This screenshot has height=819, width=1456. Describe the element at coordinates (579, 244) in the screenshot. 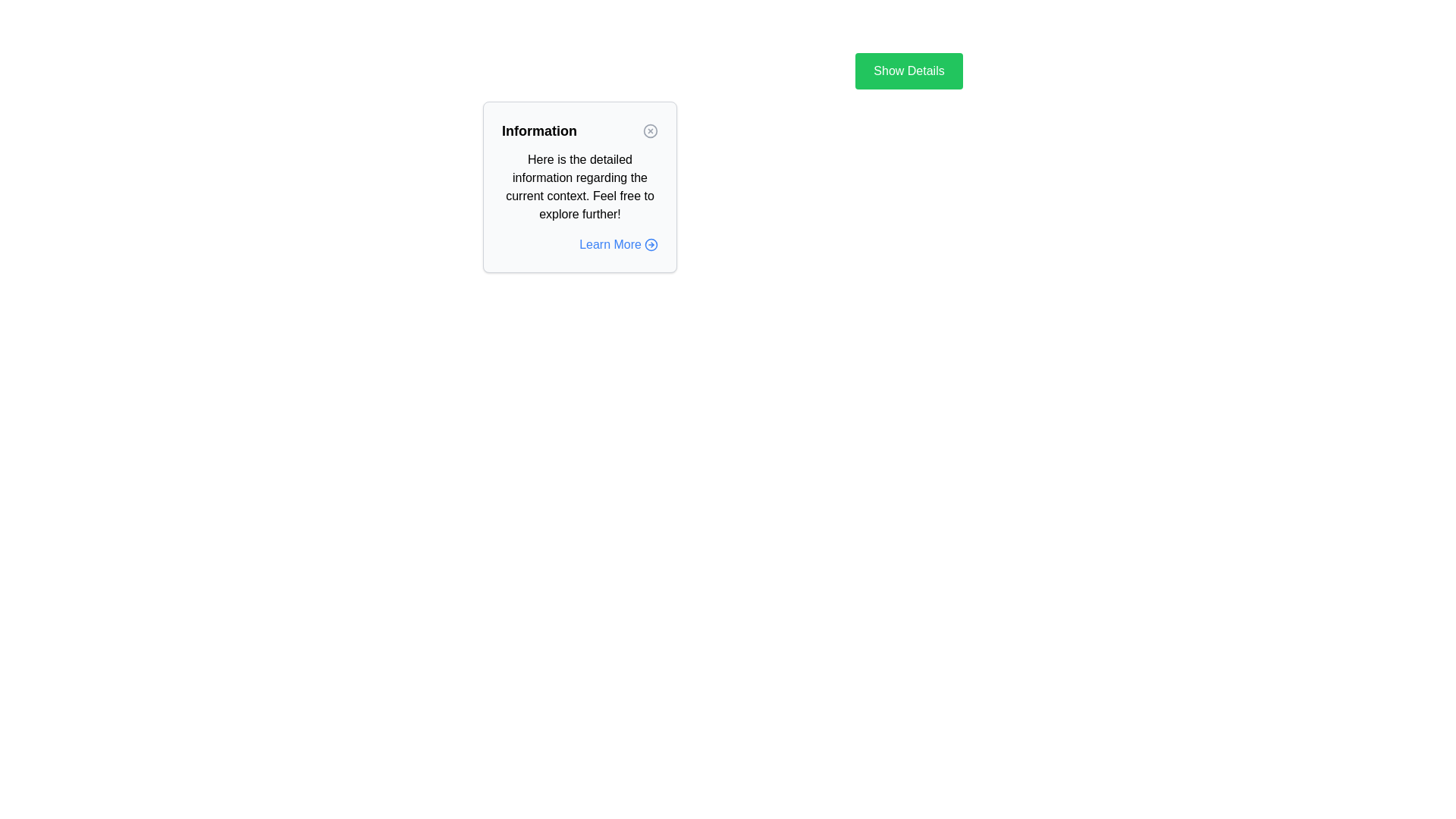

I see `the 'Learn More' link with the blue text and arrow icon in the bottom-right of the 'Information' popup` at that location.